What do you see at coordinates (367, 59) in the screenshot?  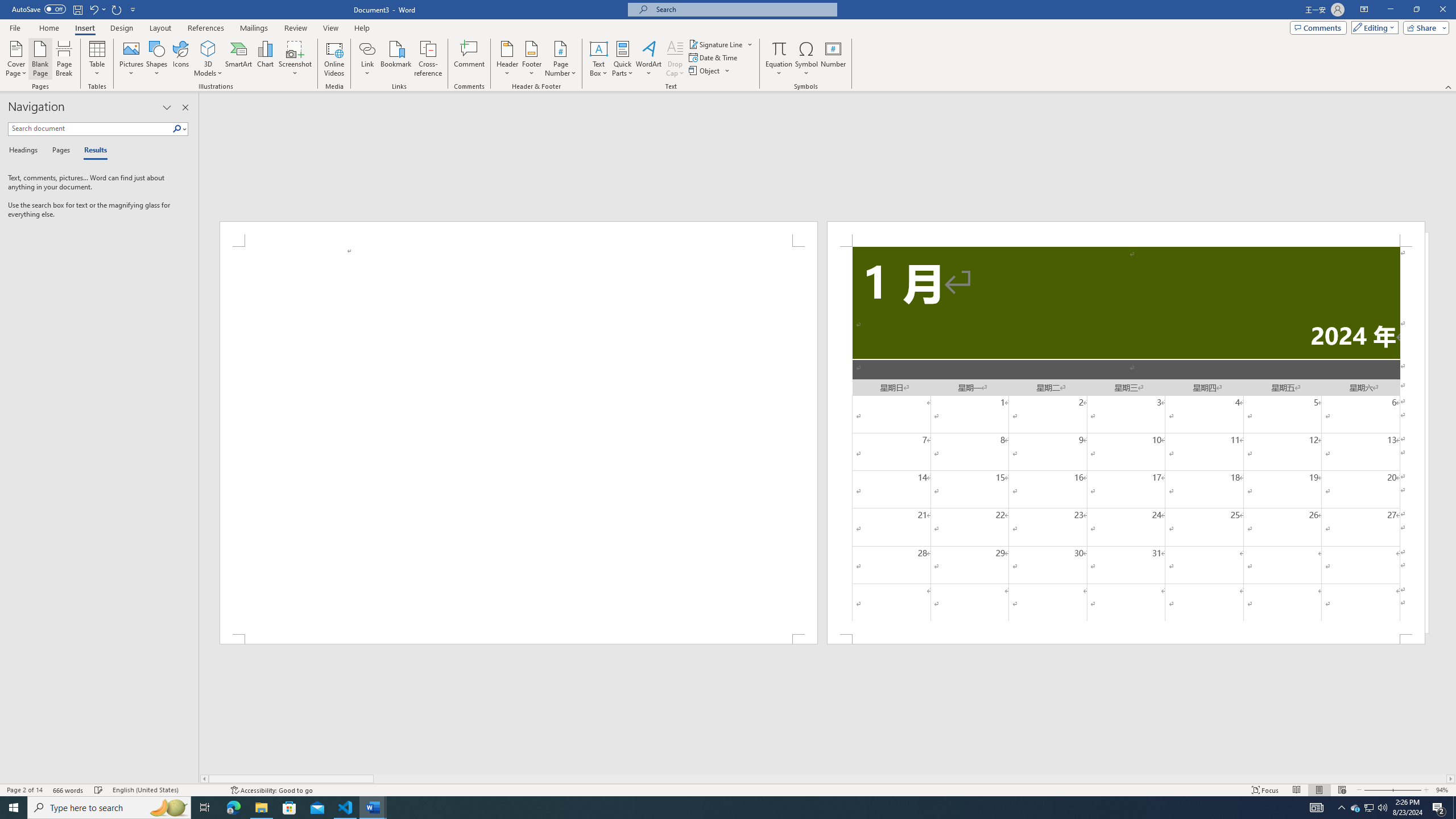 I see `'Link'` at bounding box center [367, 59].